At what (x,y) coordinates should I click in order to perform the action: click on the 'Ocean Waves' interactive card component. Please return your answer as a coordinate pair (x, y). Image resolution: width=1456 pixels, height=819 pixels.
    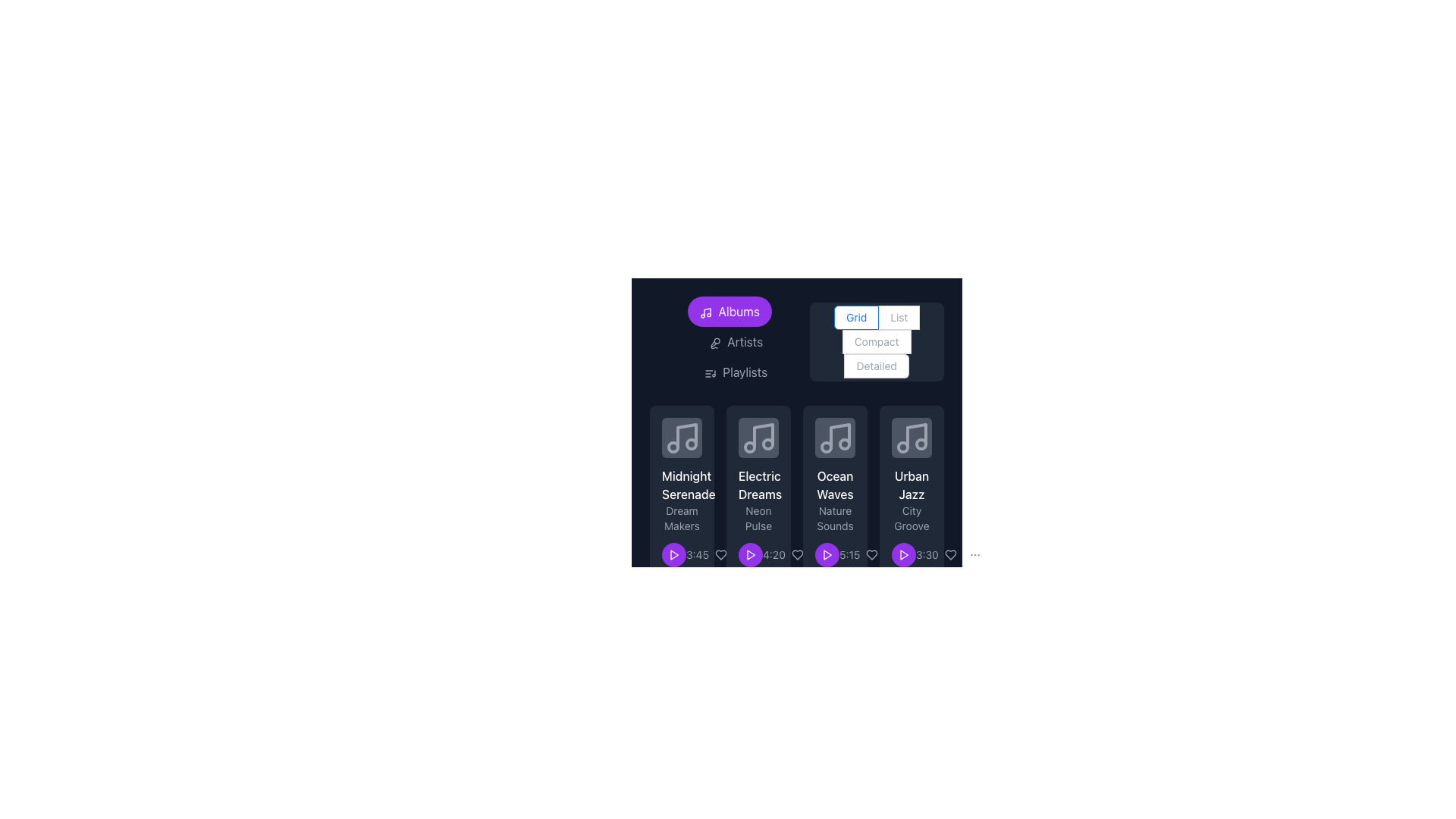
    Looking at the image, I should click on (834, 492).